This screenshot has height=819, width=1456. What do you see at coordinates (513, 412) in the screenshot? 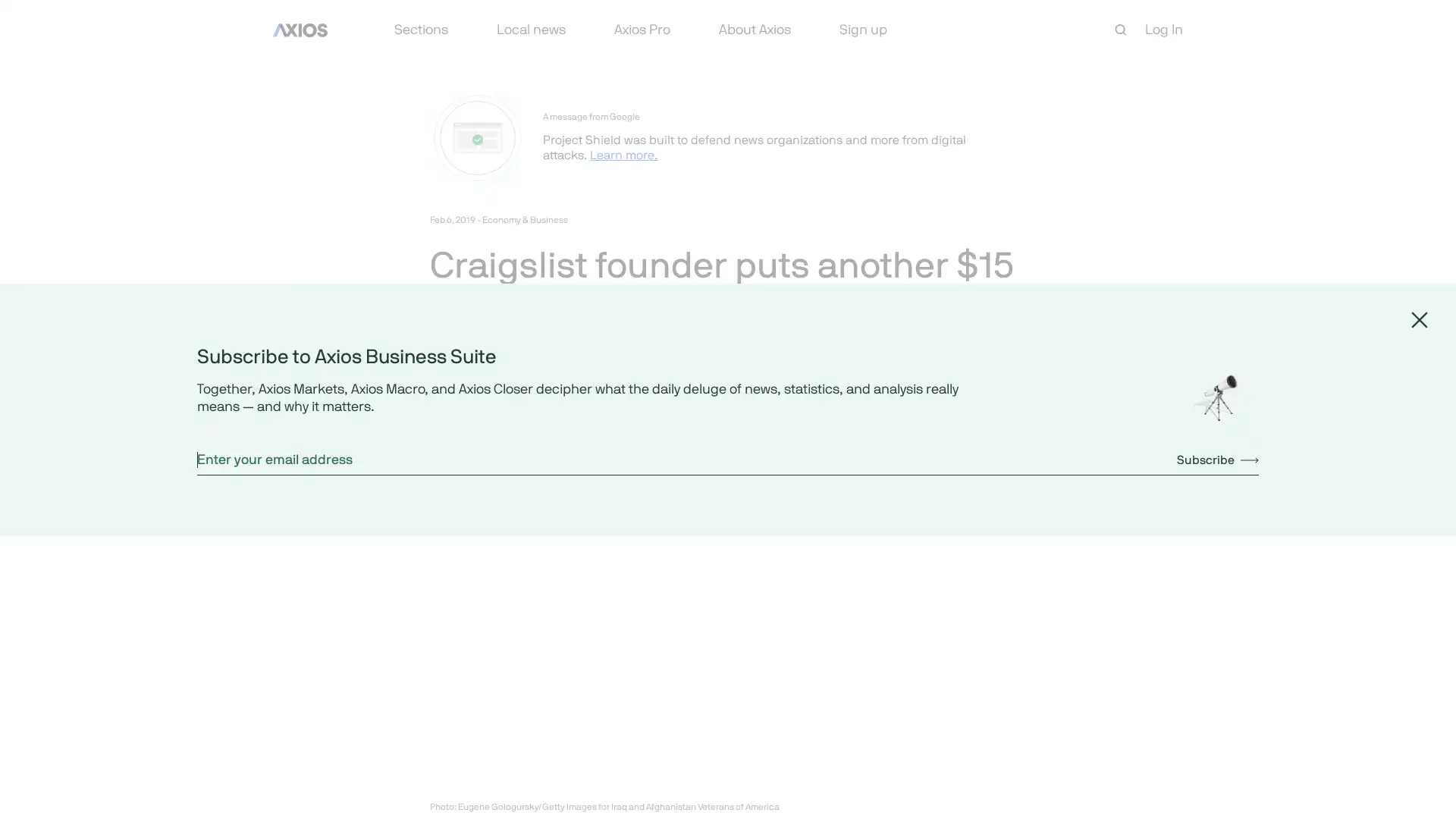
I see `linkedin` at bounding box center [513, 412].